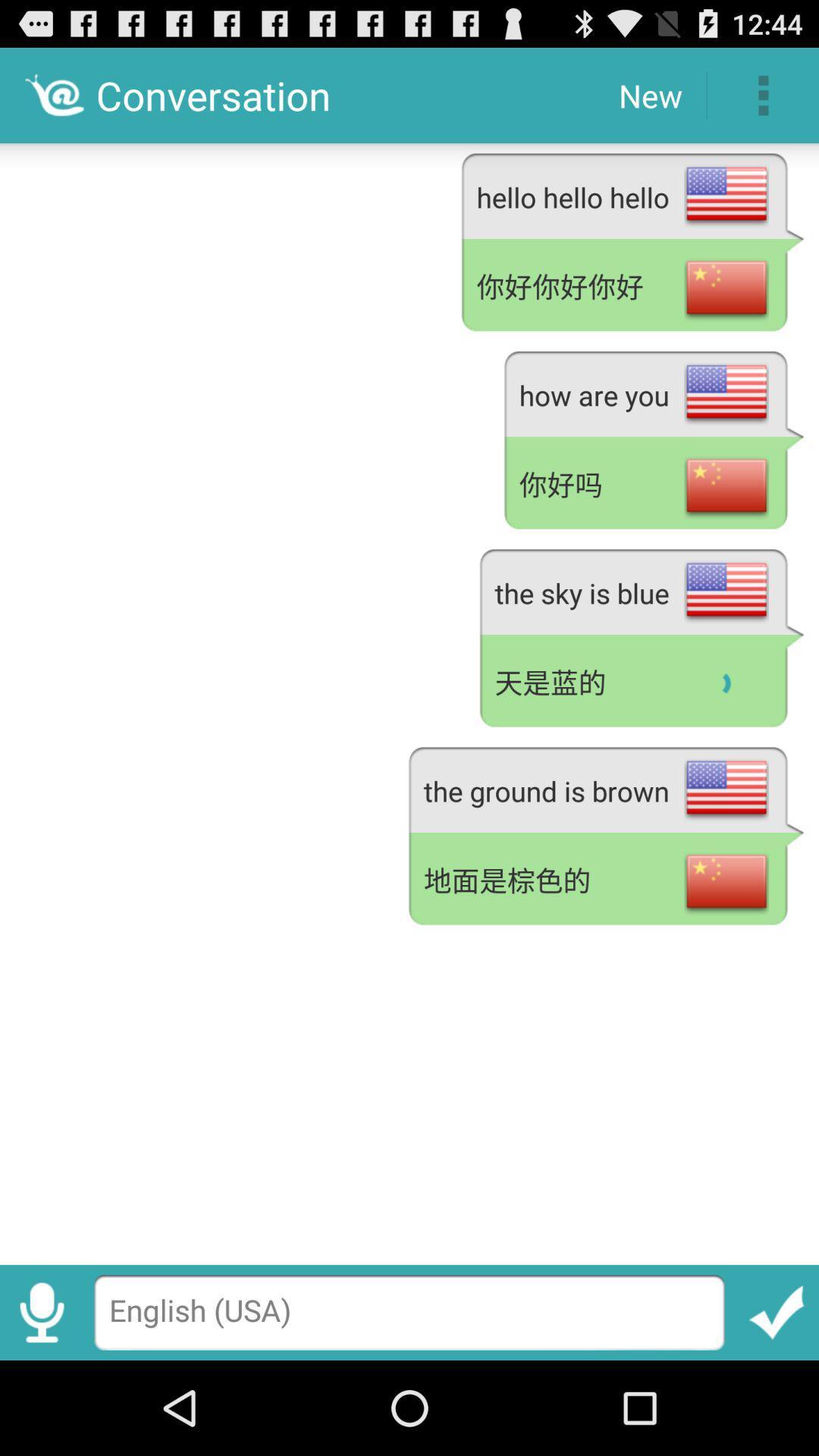 This screenshot has height=1456, width=819. What do you see at coordinates (777, 1312) in the screenshot?
I see `translate` at bounding box center [777, 1312].